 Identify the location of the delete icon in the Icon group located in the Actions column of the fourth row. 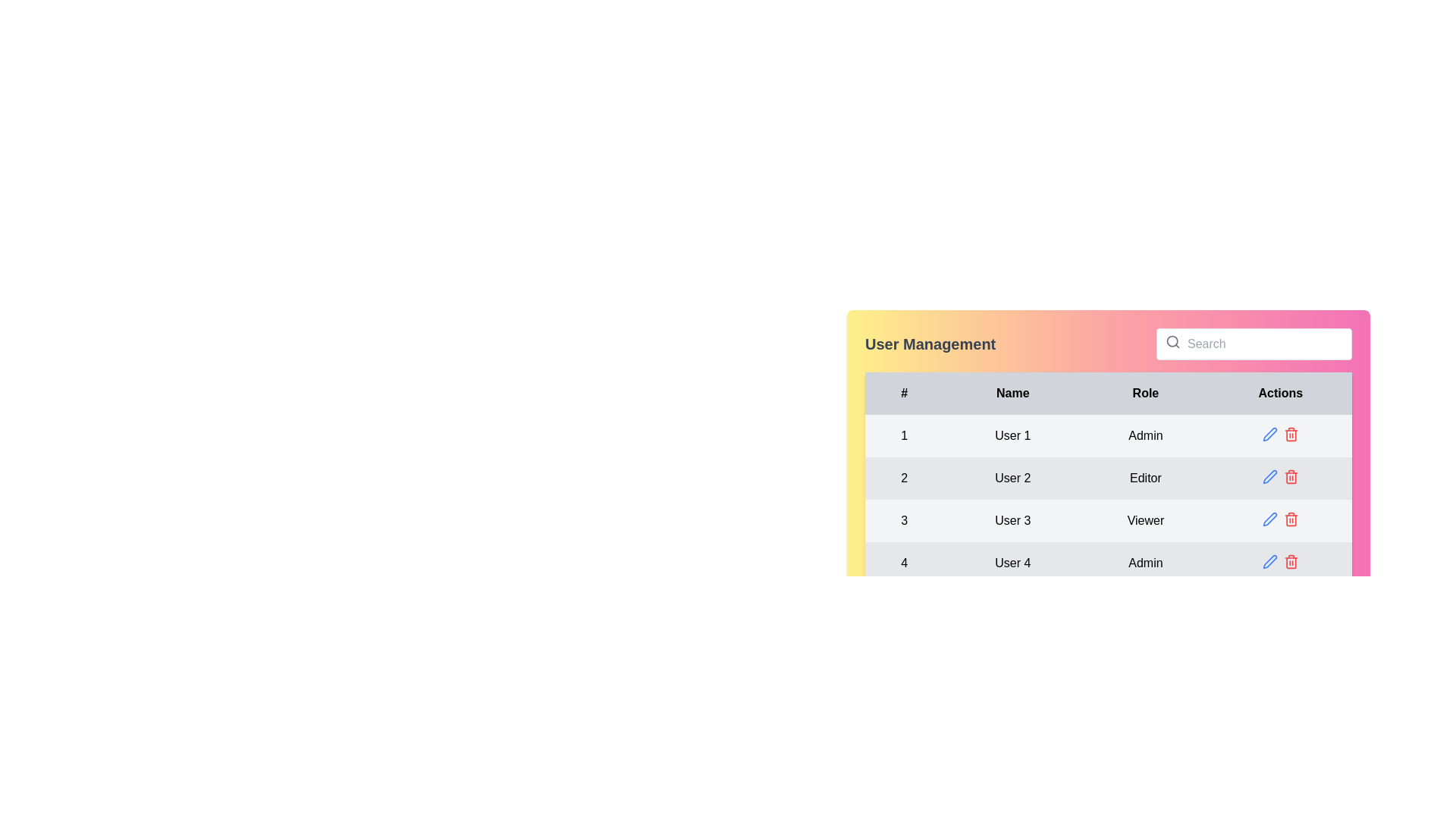
(1279, 561).